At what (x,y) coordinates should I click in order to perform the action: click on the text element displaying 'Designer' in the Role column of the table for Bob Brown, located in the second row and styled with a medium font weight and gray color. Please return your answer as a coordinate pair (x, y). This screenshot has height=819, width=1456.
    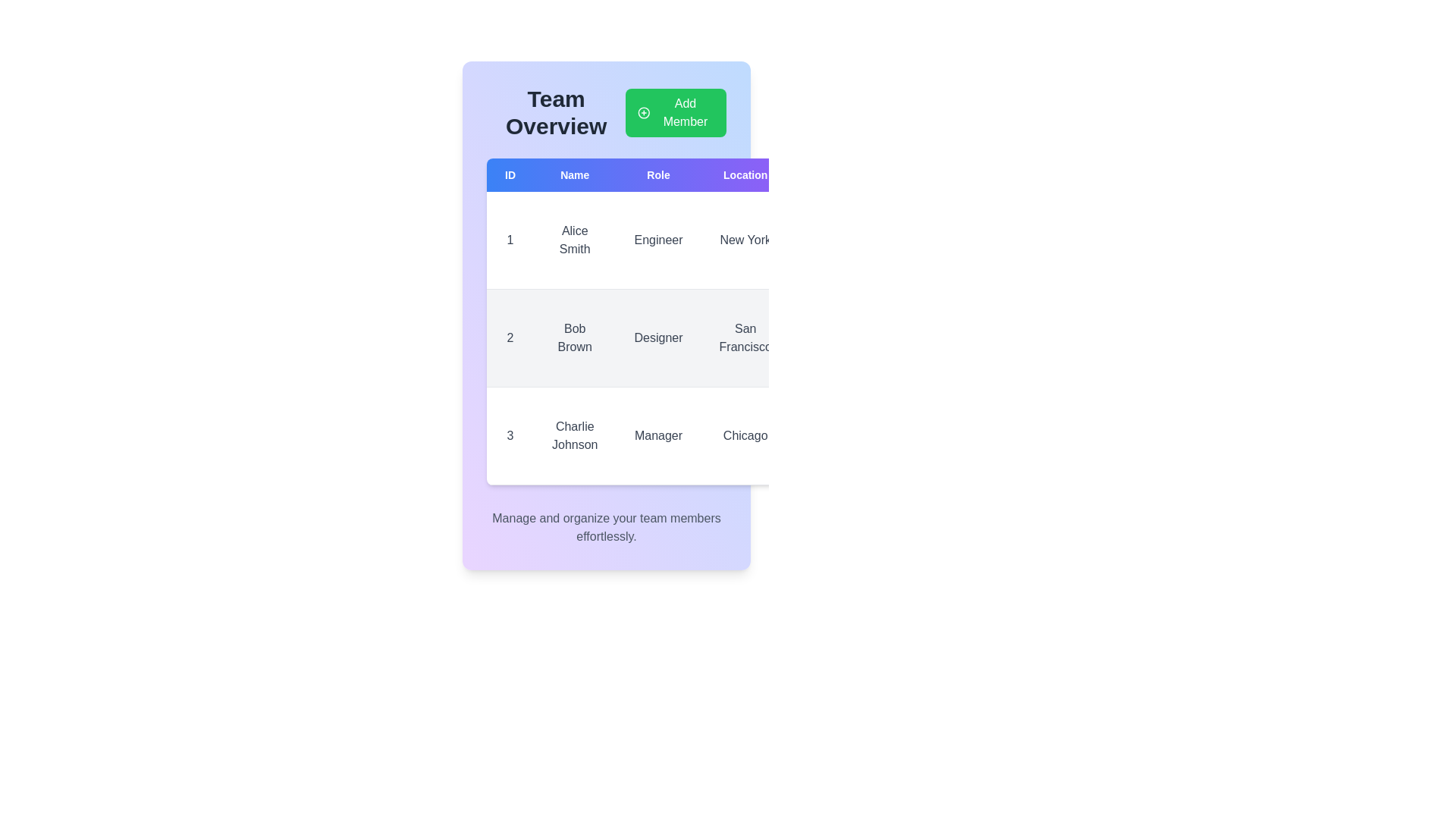
    Looking at the image, I should click on (658, 337).